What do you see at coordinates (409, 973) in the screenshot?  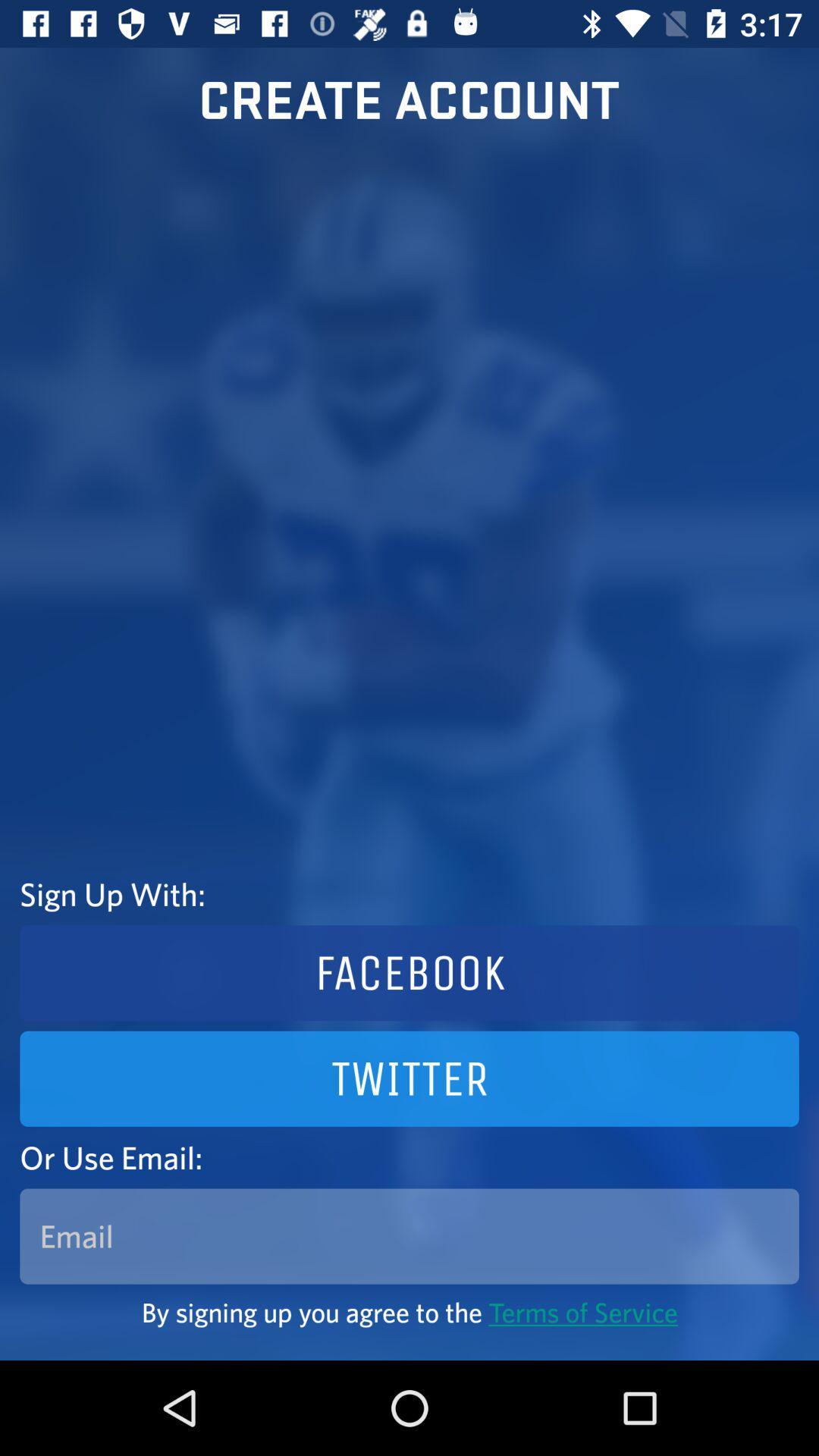 I see `the facebook icon` at bounding box center [409, 973].